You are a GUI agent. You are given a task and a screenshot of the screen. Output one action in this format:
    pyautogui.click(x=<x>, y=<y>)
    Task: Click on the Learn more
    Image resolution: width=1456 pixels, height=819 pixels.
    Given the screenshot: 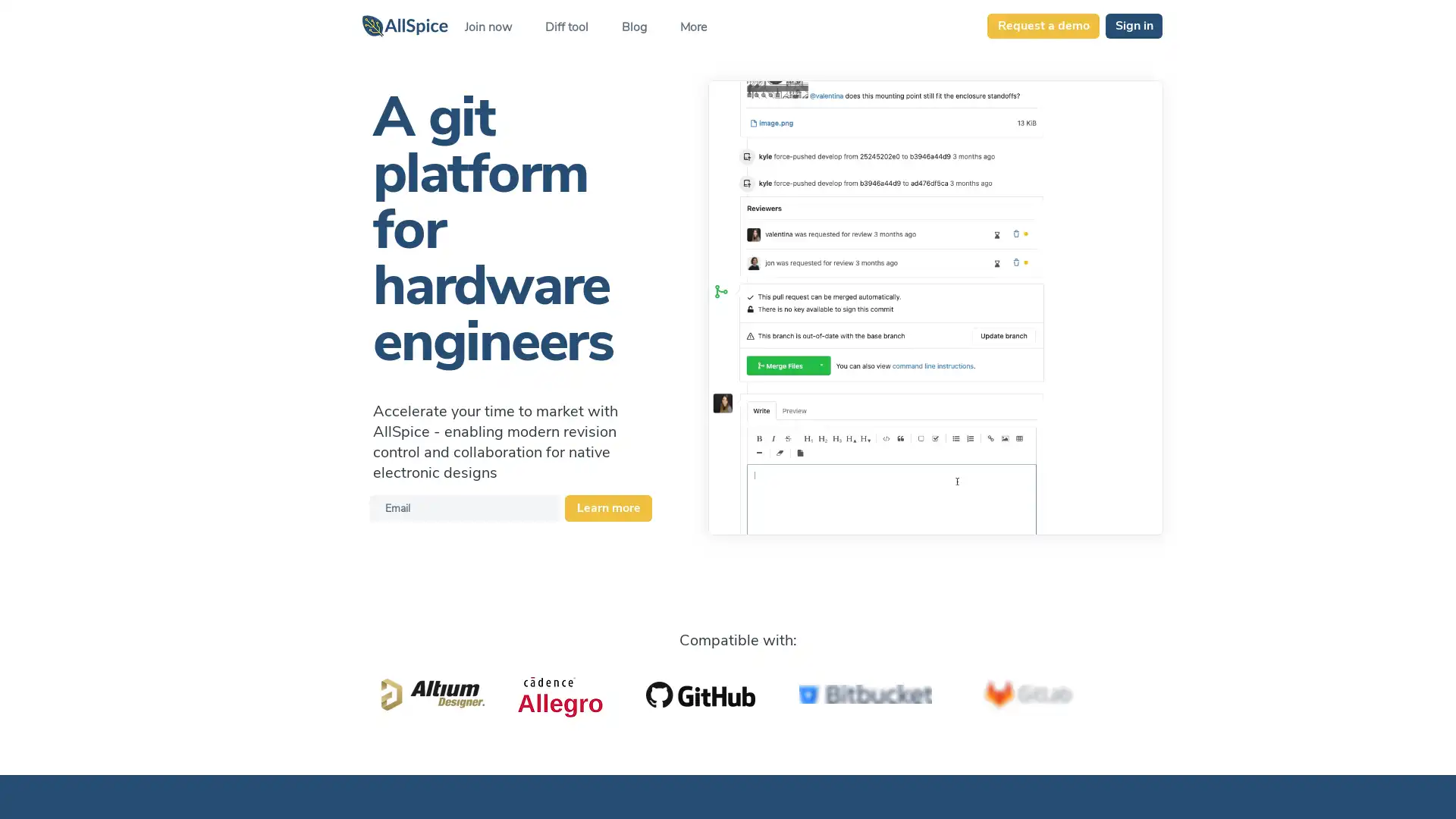 What is the action you would take?
    pyautogui.click(x=608, y=508)
    